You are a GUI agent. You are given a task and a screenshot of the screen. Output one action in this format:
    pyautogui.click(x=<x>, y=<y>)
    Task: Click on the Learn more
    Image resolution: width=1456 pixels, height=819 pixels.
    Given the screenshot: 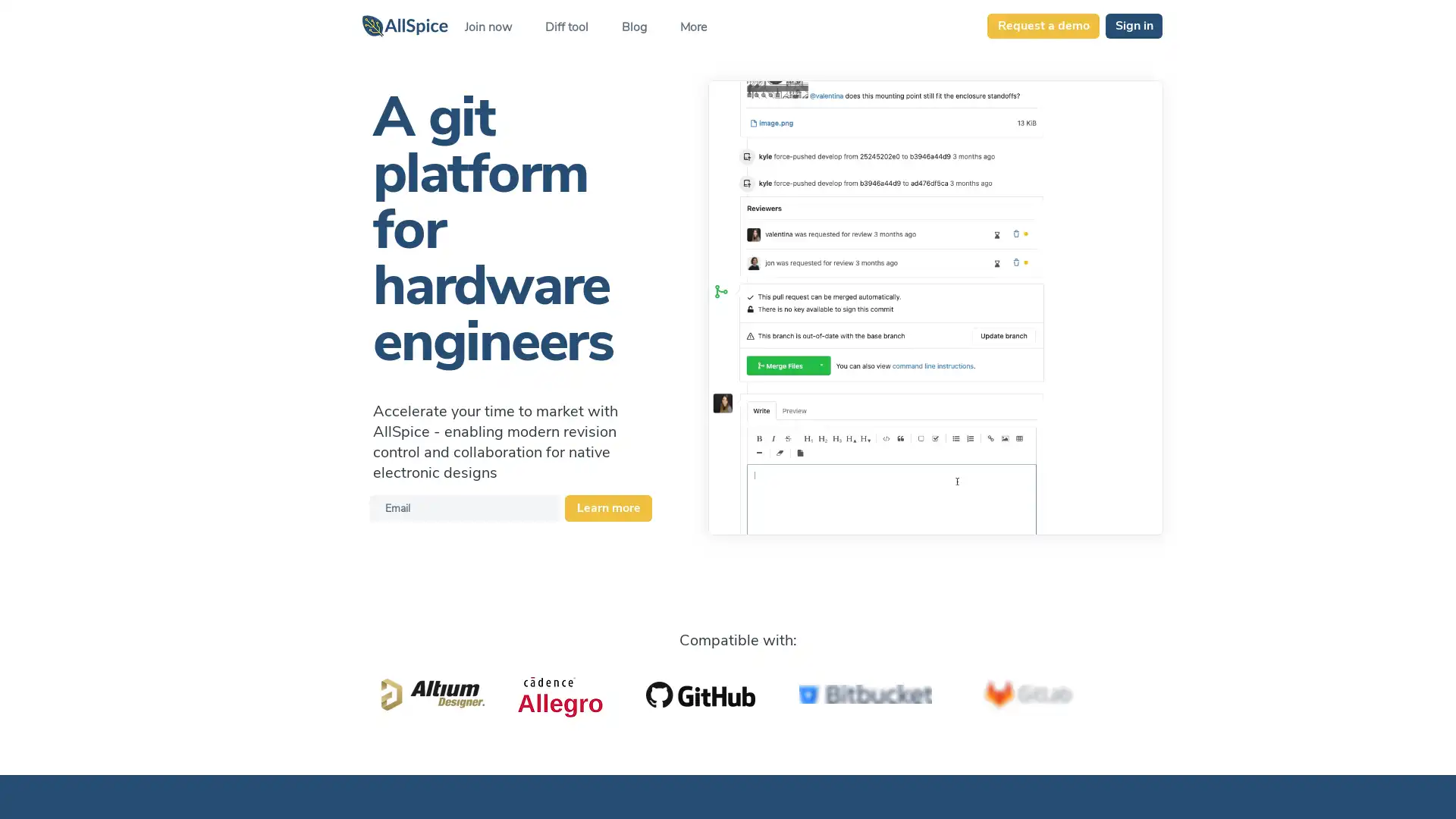 What is the action you would take?
    pyautogui.click(x=608, y=508)
    